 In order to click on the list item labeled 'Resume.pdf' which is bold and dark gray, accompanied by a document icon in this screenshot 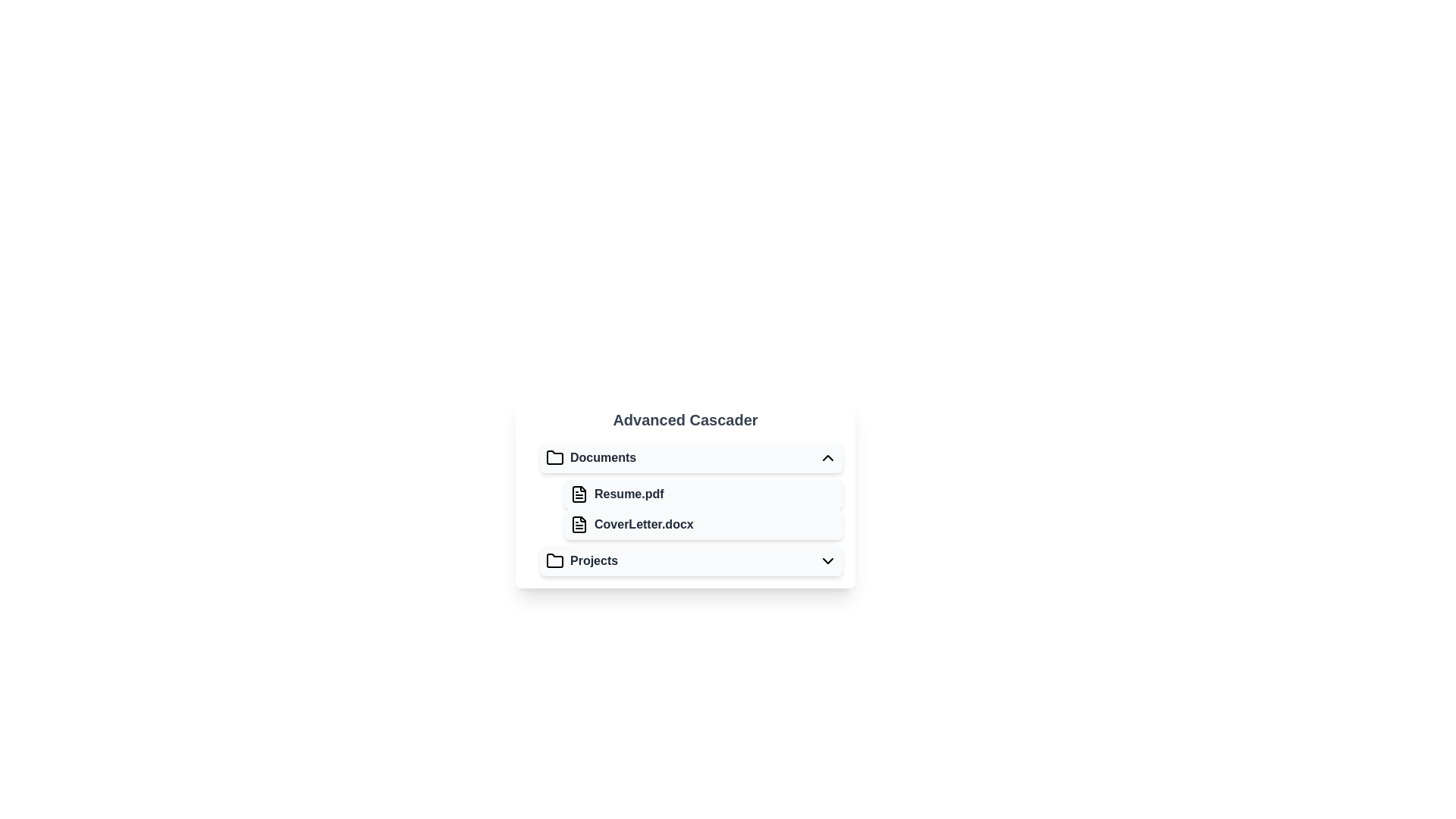, I will do `click(617, 494)`.